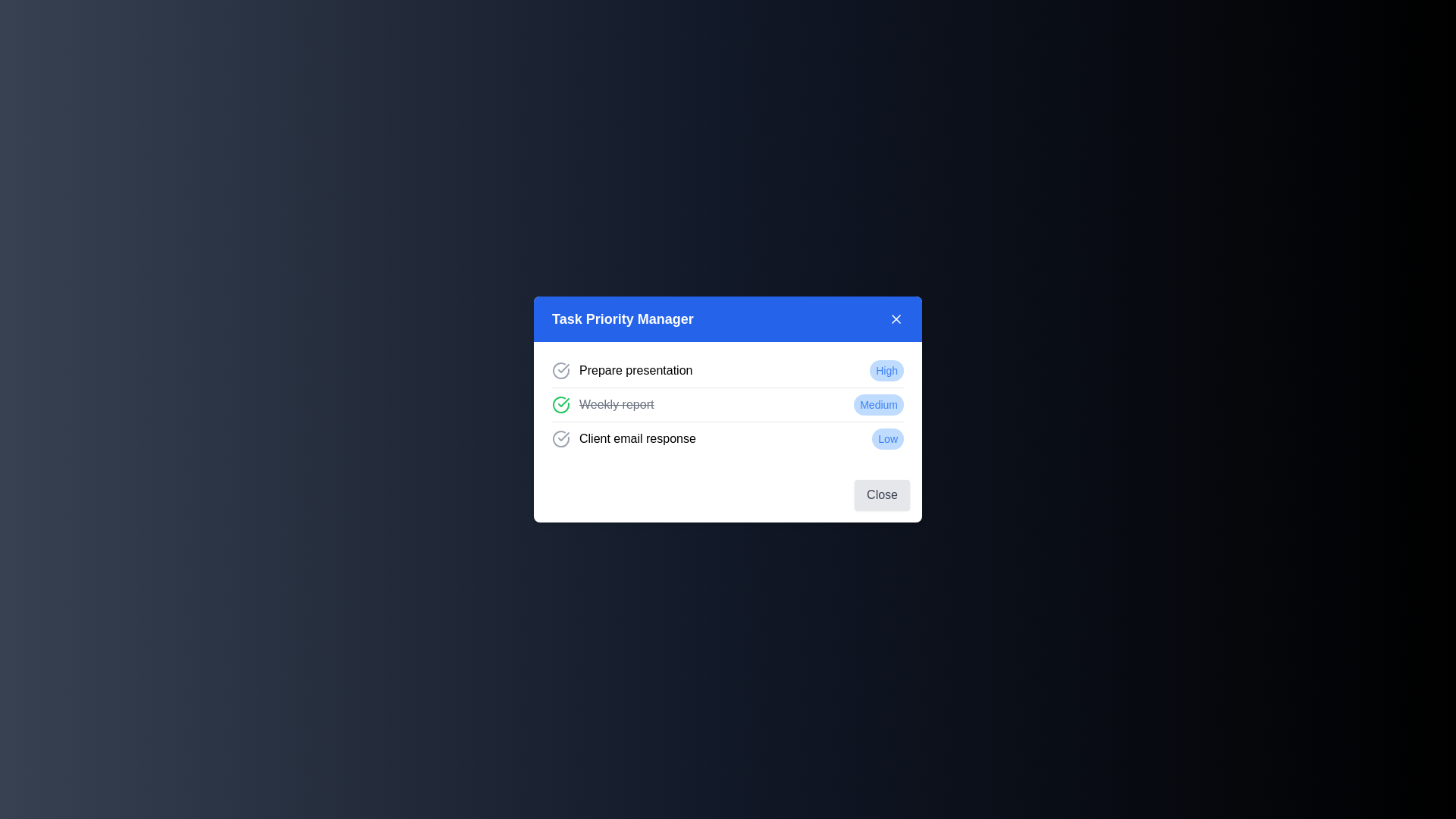 The height and width of the screenshot is (819, 1456). What do you see at coordinates (886, 371) in the screenshot?
I see `the 'High' priority badge element, which is a button-like component with a blue background, located to the right of the 'Prepare presentation' item` at bounding box center [886, 371].